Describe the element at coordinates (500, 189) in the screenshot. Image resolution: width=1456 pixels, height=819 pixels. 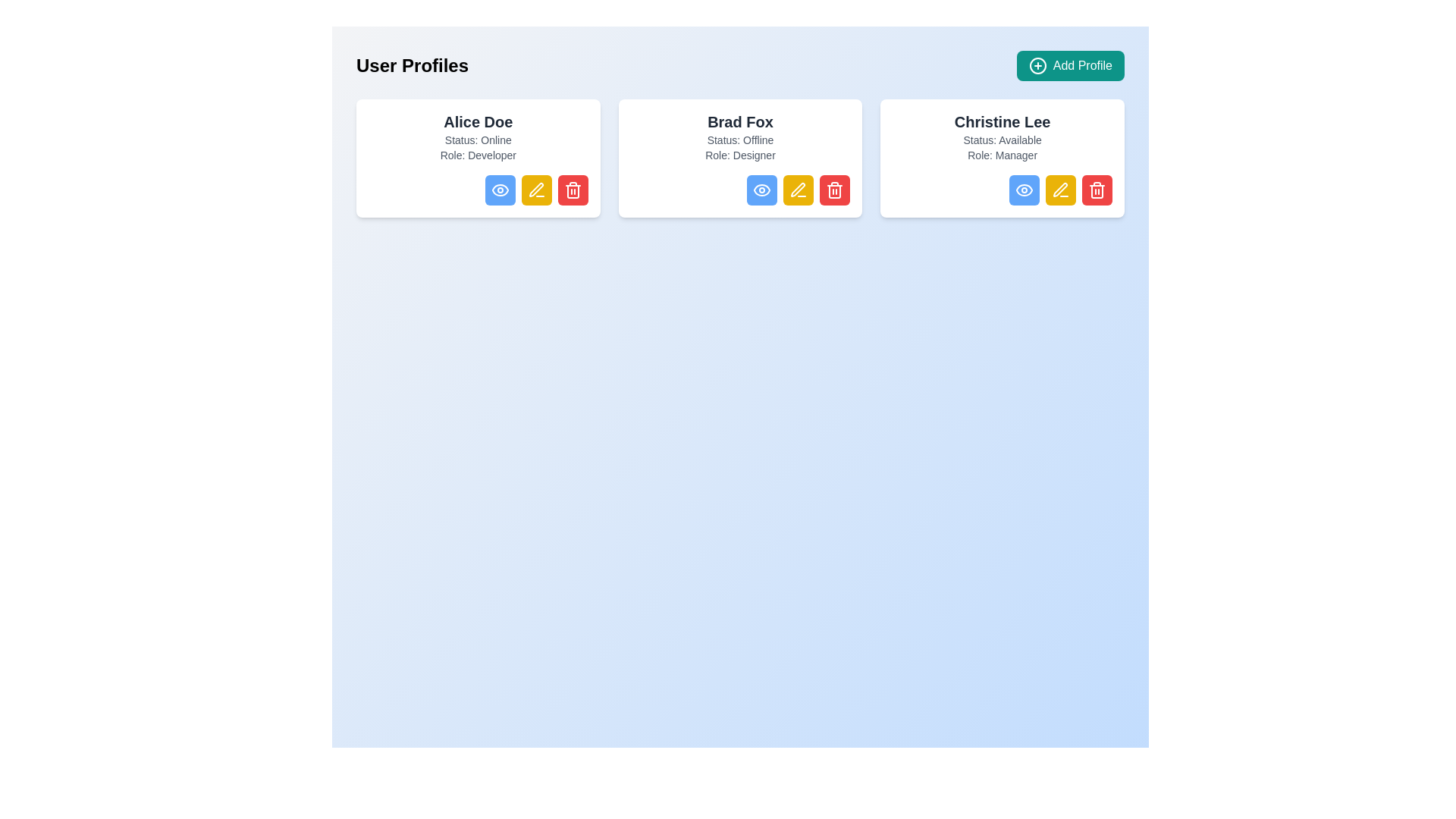
I see `the blue button with white text and an eye icon located under the profile of 'Alice Doe'` at that location.